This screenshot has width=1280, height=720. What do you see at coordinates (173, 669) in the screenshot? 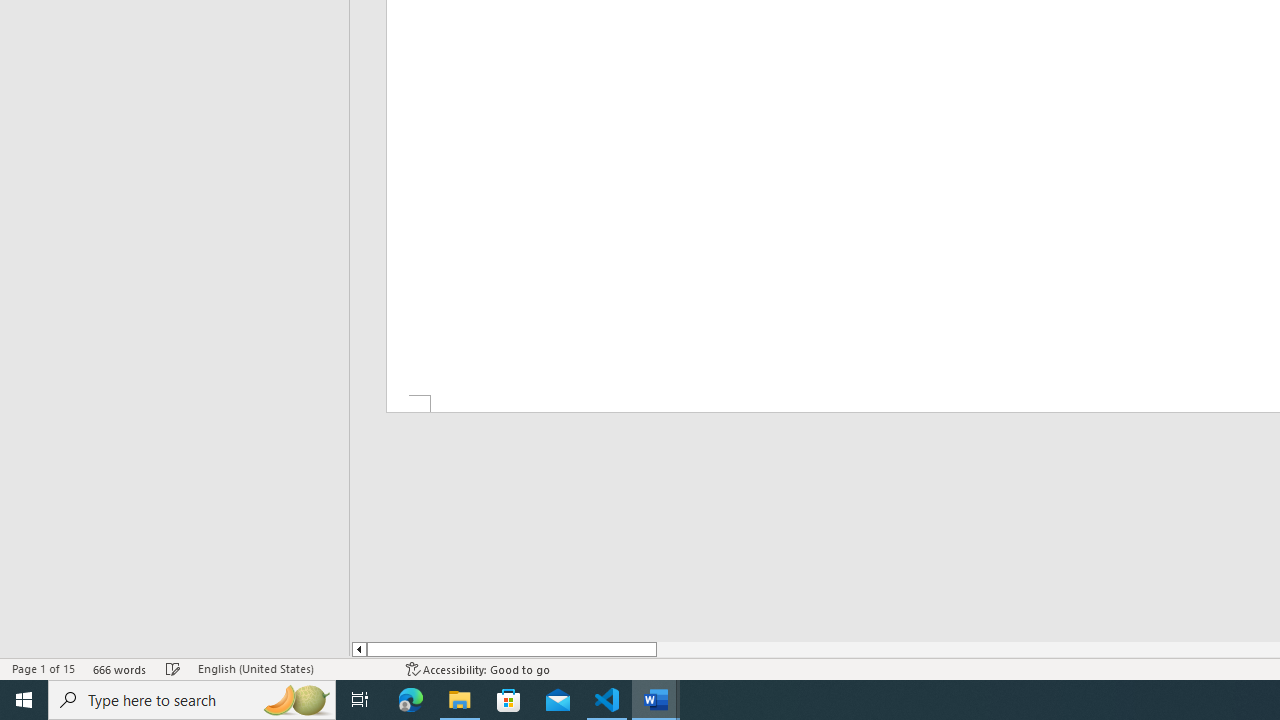
I see `'Spelling and Grammar Check Checking'` at bounding box center [173, 669].